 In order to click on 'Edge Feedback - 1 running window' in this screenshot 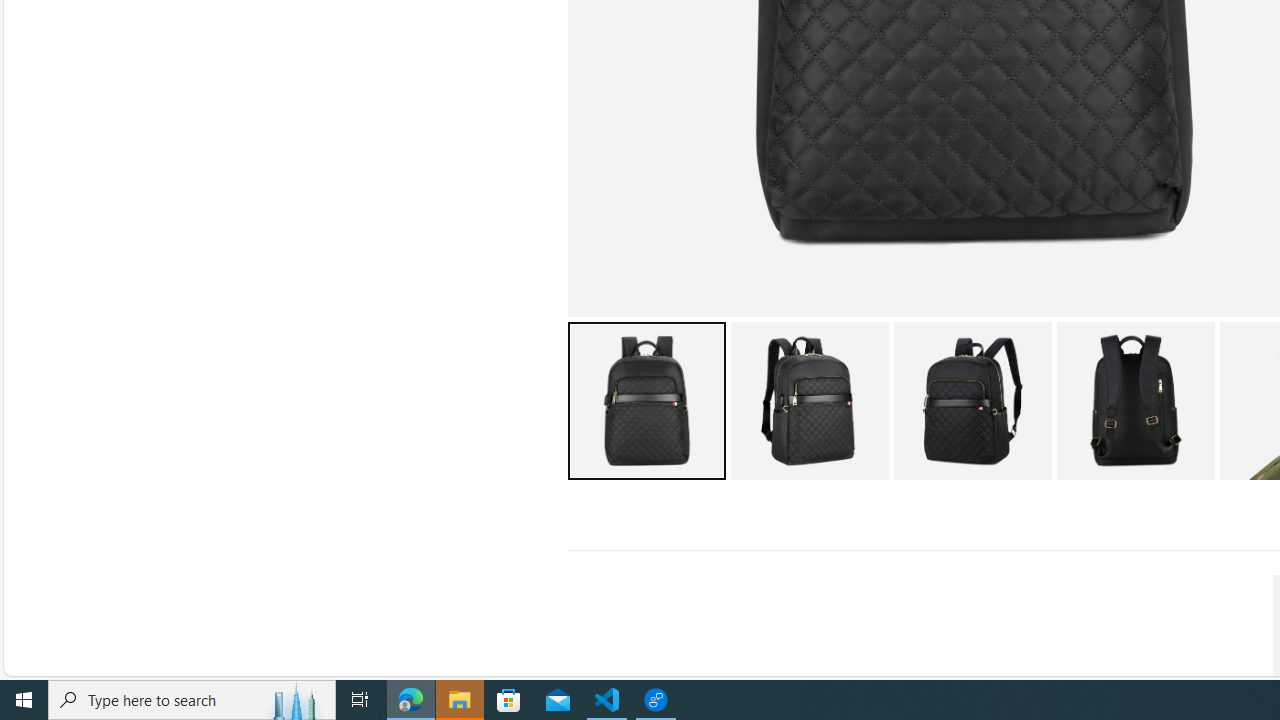, I will do `click(656, 698)`.